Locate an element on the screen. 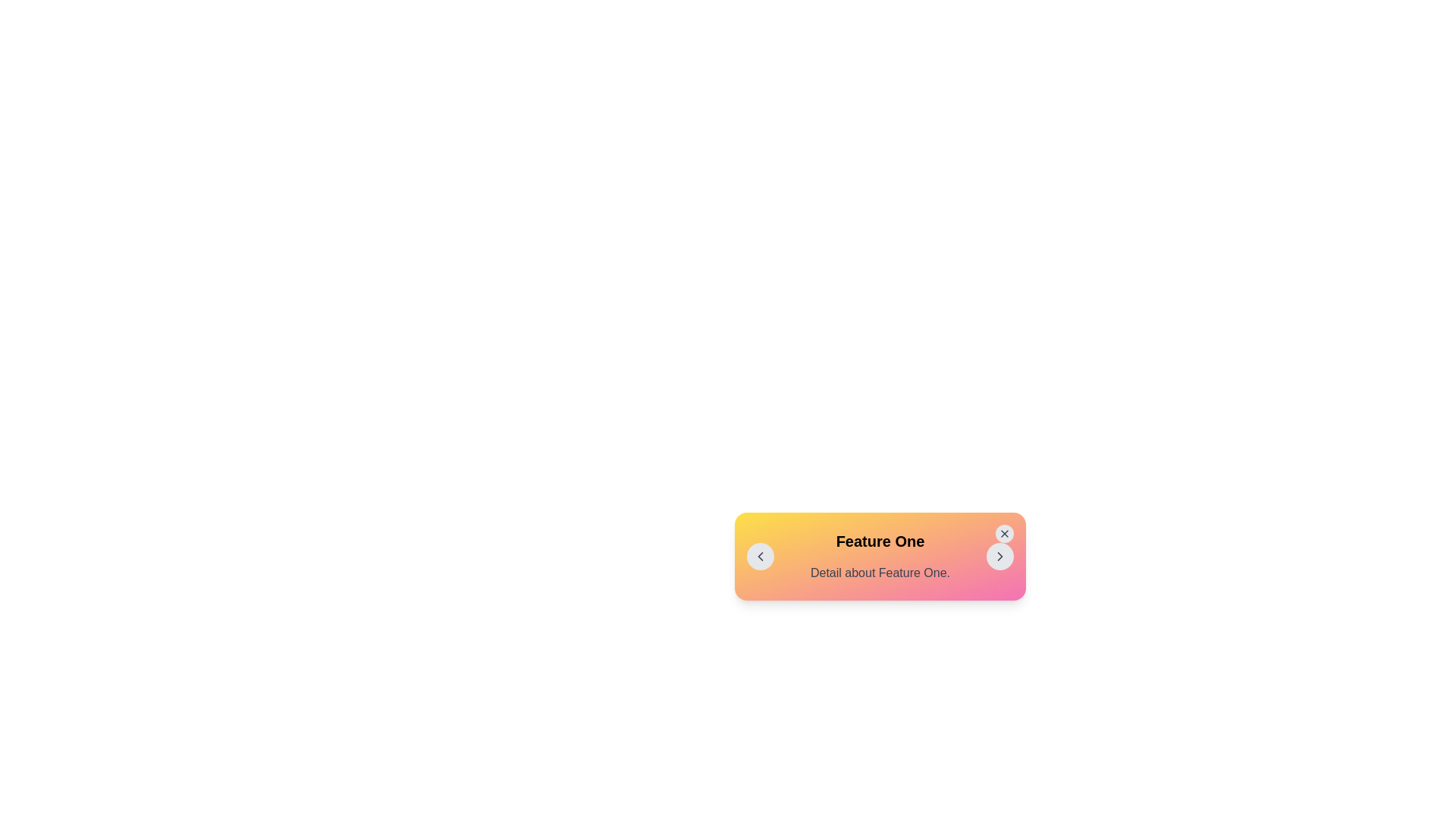  the close icon button located in the top-right corner of the card is located at coordinates (1004, 533).